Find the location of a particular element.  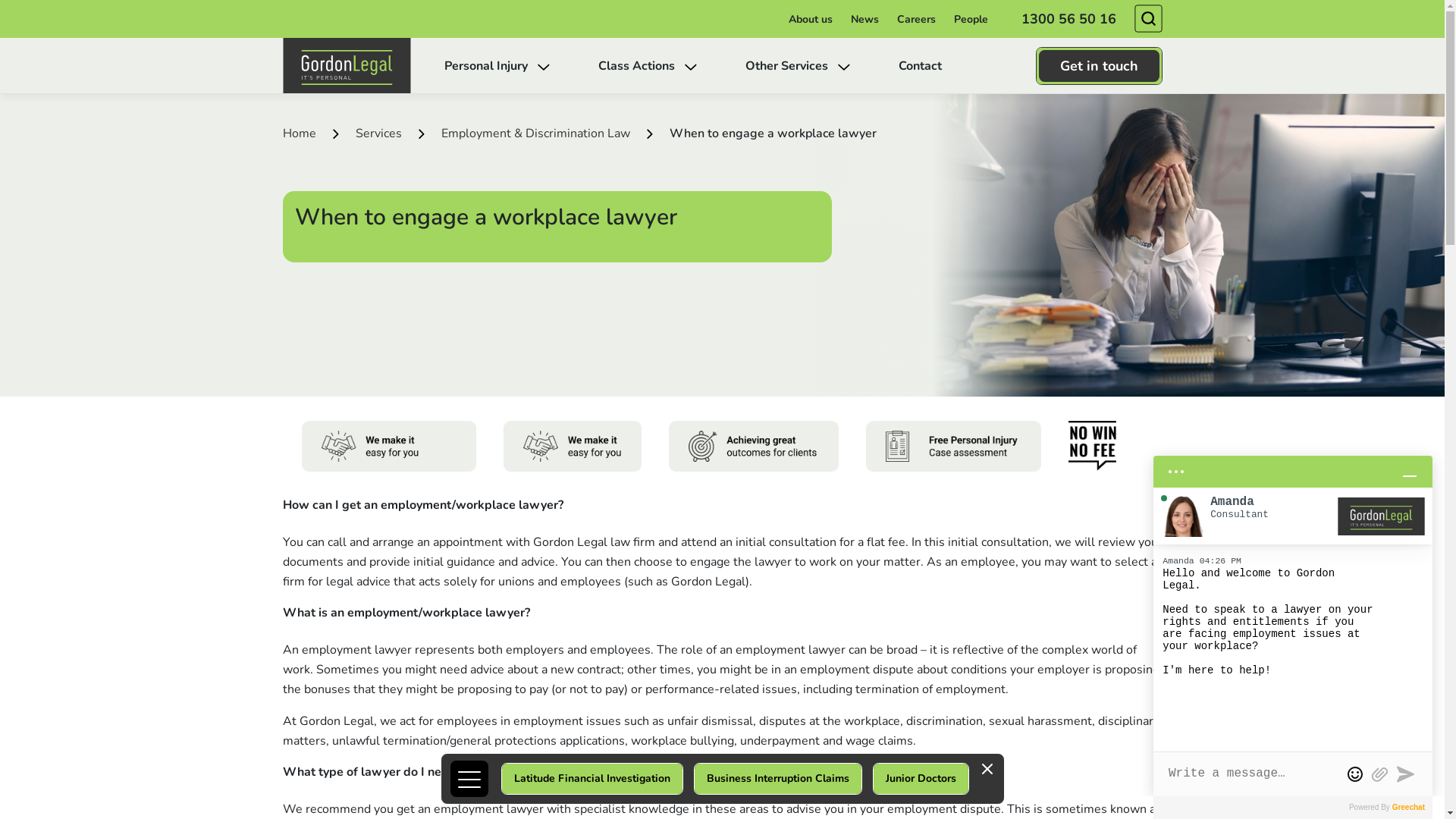

'1300 56 50 16' is located at coordinates (1067, 18).